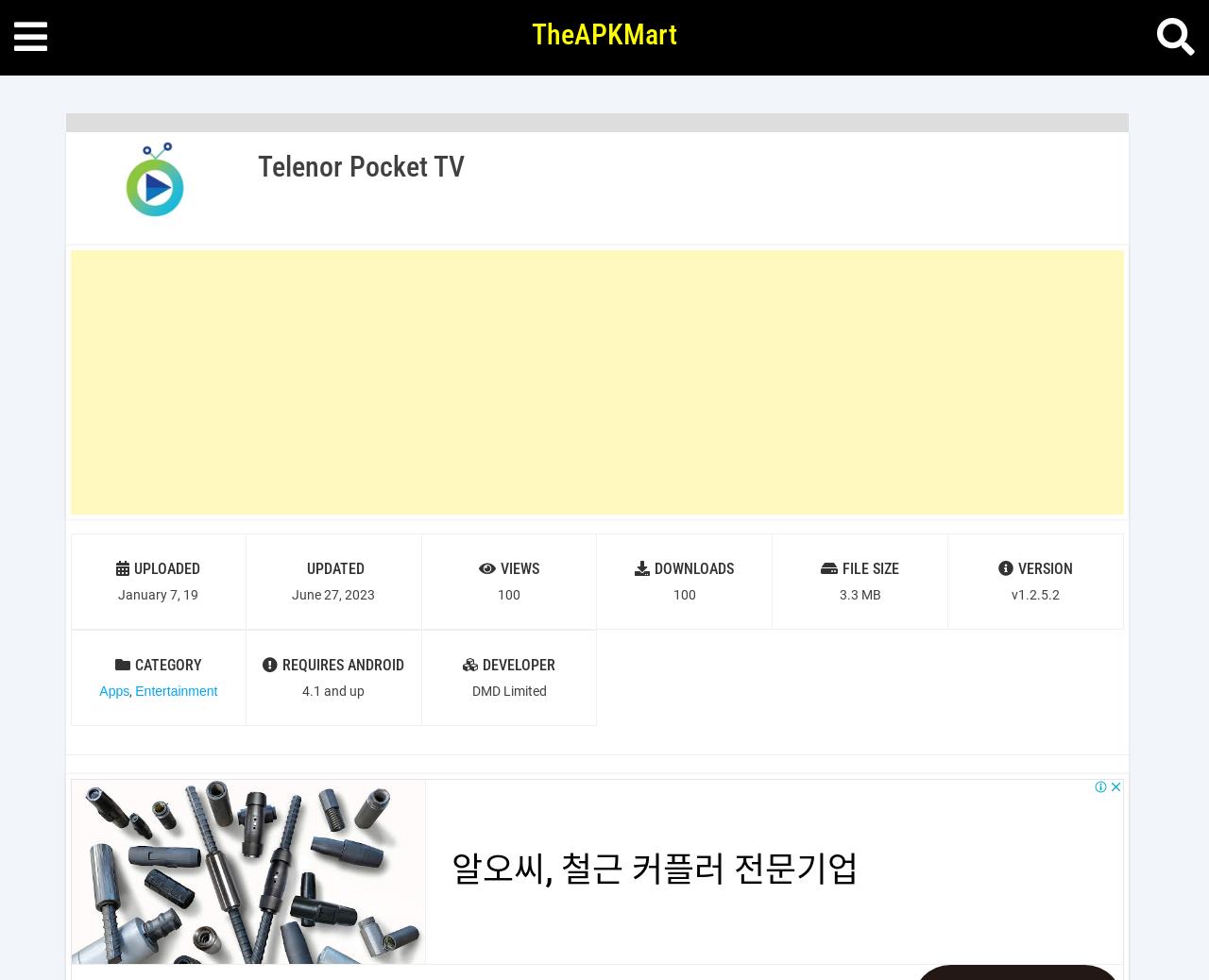  I want to click on 'VIEWS', so click(519, 567).